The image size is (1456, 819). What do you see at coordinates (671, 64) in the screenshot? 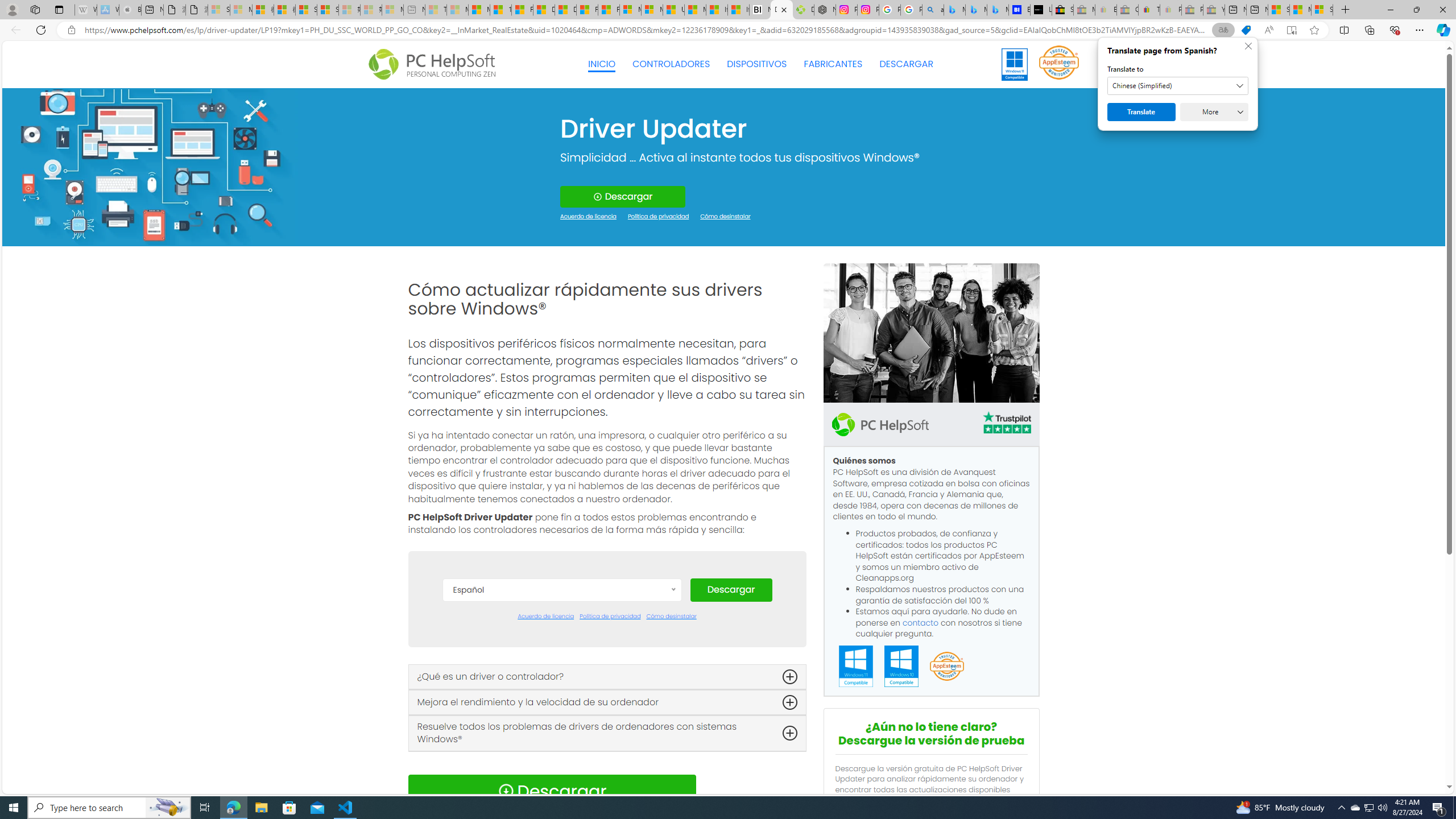
I see `'CONTROLADORES'` at bounding box center [671, 64].